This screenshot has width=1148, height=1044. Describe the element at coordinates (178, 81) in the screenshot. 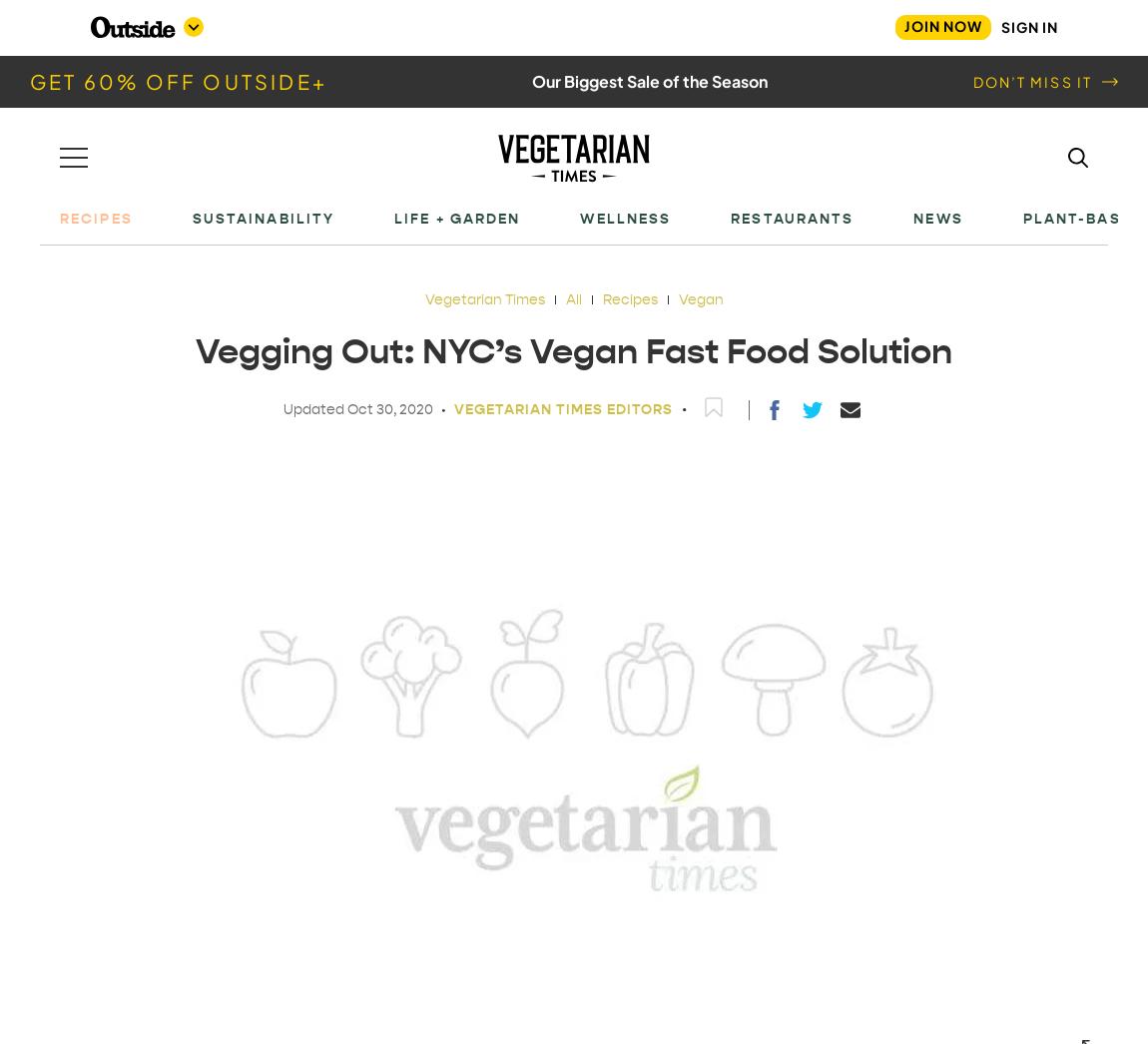

I see `'GET 60% OFF OUTSIDE+'` at that location.